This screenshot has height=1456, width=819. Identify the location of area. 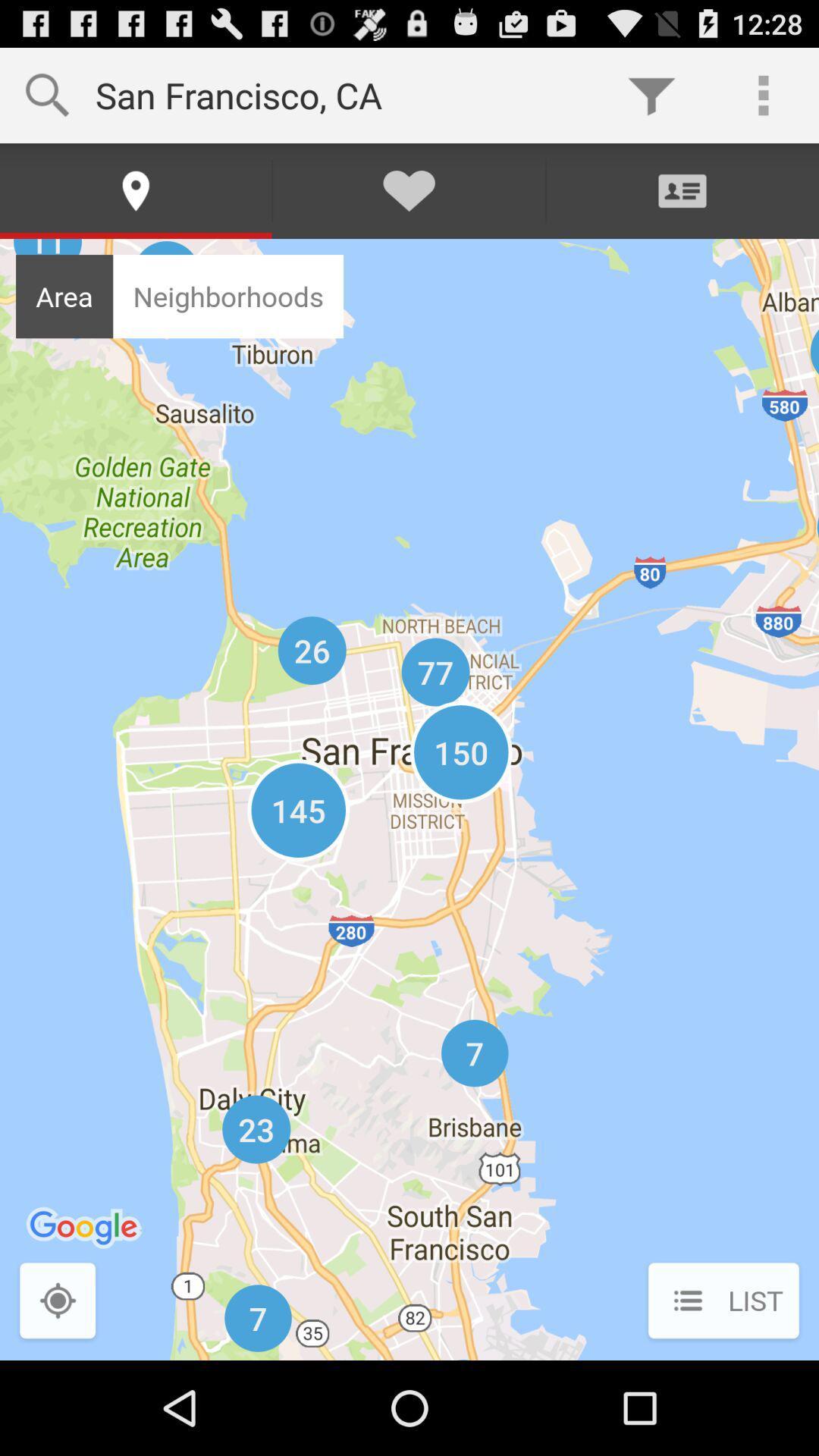
(64, 297).